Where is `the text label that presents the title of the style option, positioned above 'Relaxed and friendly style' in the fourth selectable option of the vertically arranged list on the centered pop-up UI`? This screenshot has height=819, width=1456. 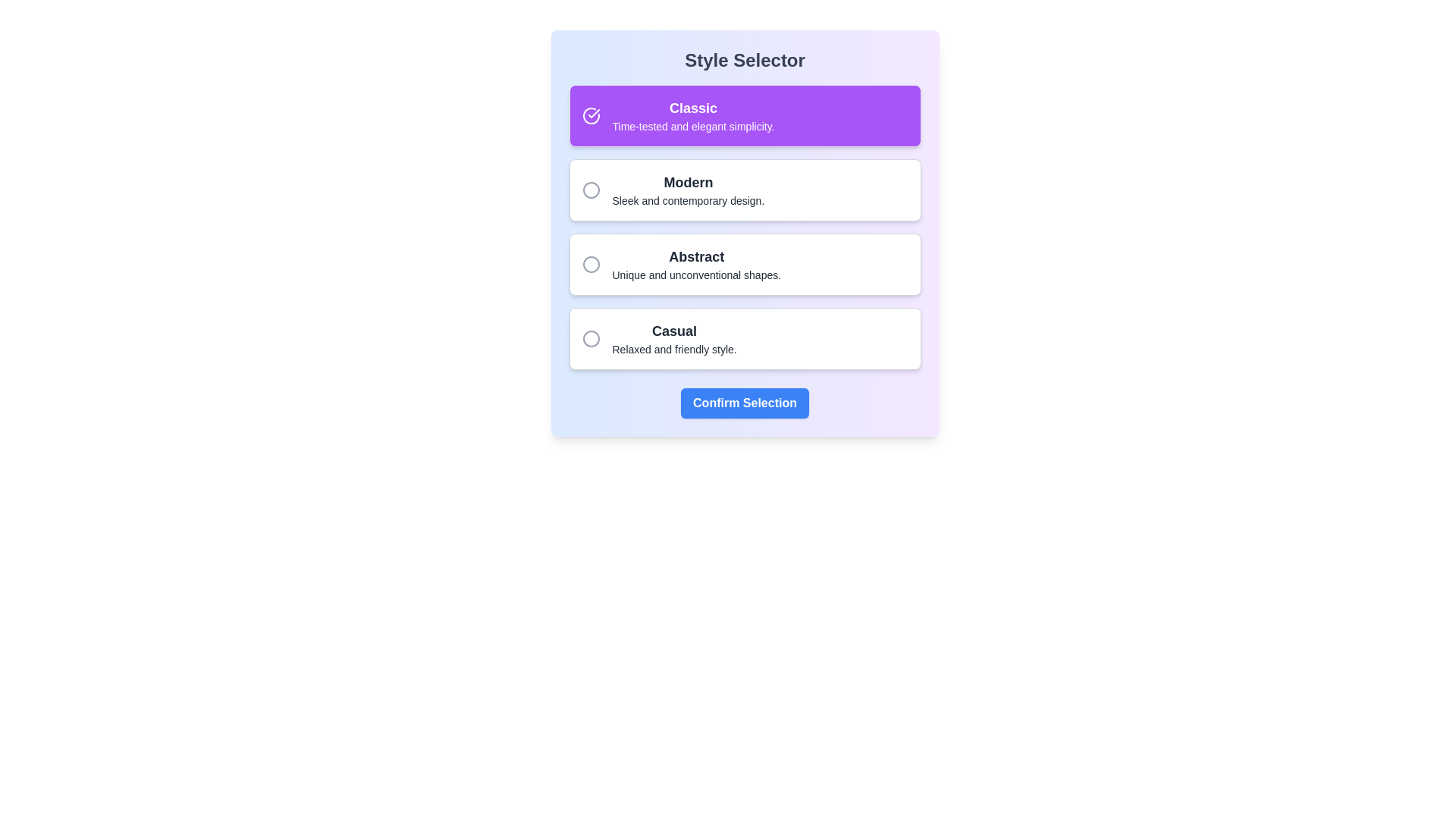
the text label that presents the title of the style option, positioned above 'Relaxed and friendly style' in the fourth selectable option of the vertically arranged list on the centered pop-up UI is located at coordinates (673, 330).